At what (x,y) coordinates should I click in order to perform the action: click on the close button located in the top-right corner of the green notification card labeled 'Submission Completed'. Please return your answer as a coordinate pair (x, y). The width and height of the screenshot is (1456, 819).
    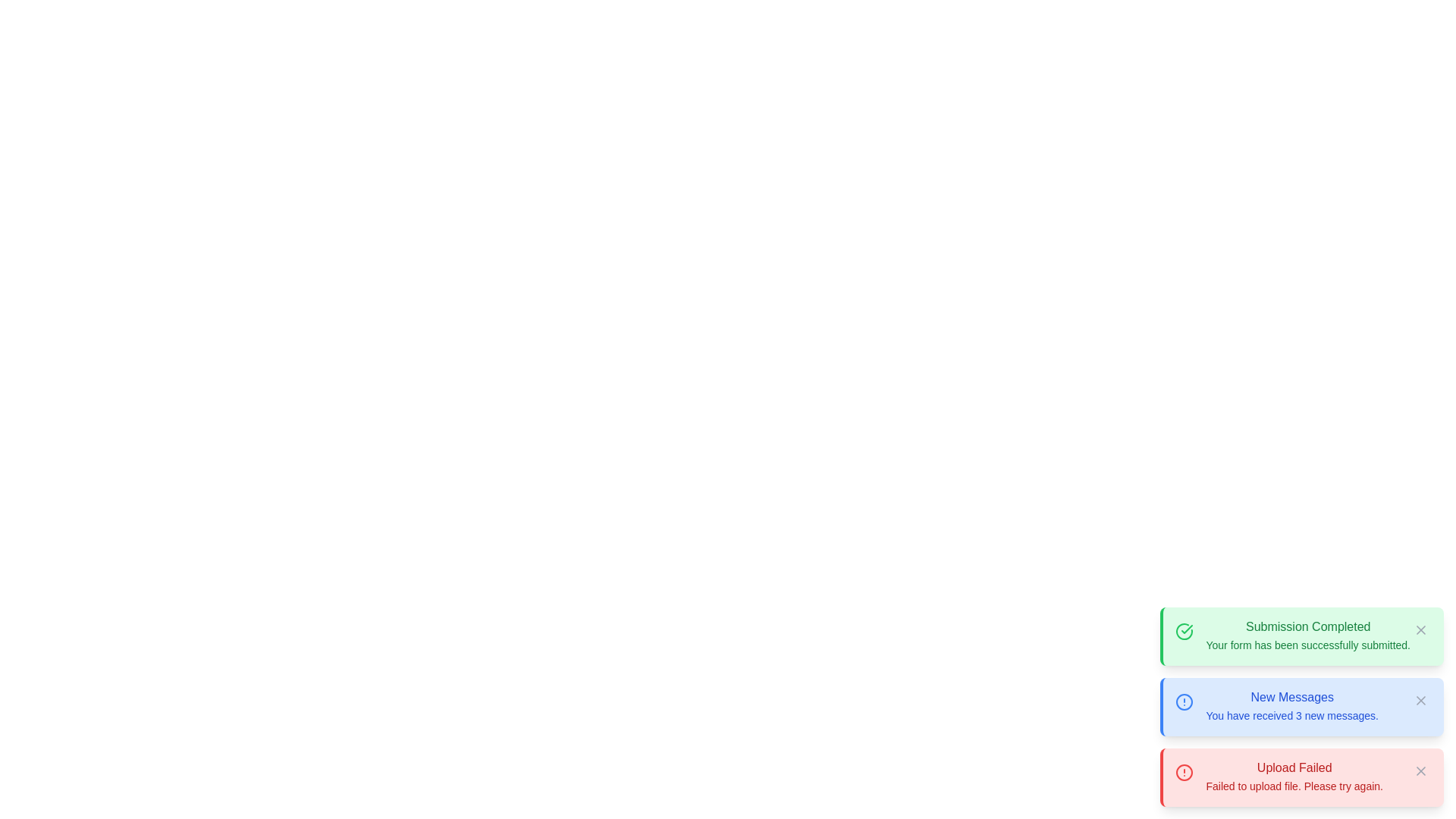
    Looking at the image, I should click on (1420, 629).